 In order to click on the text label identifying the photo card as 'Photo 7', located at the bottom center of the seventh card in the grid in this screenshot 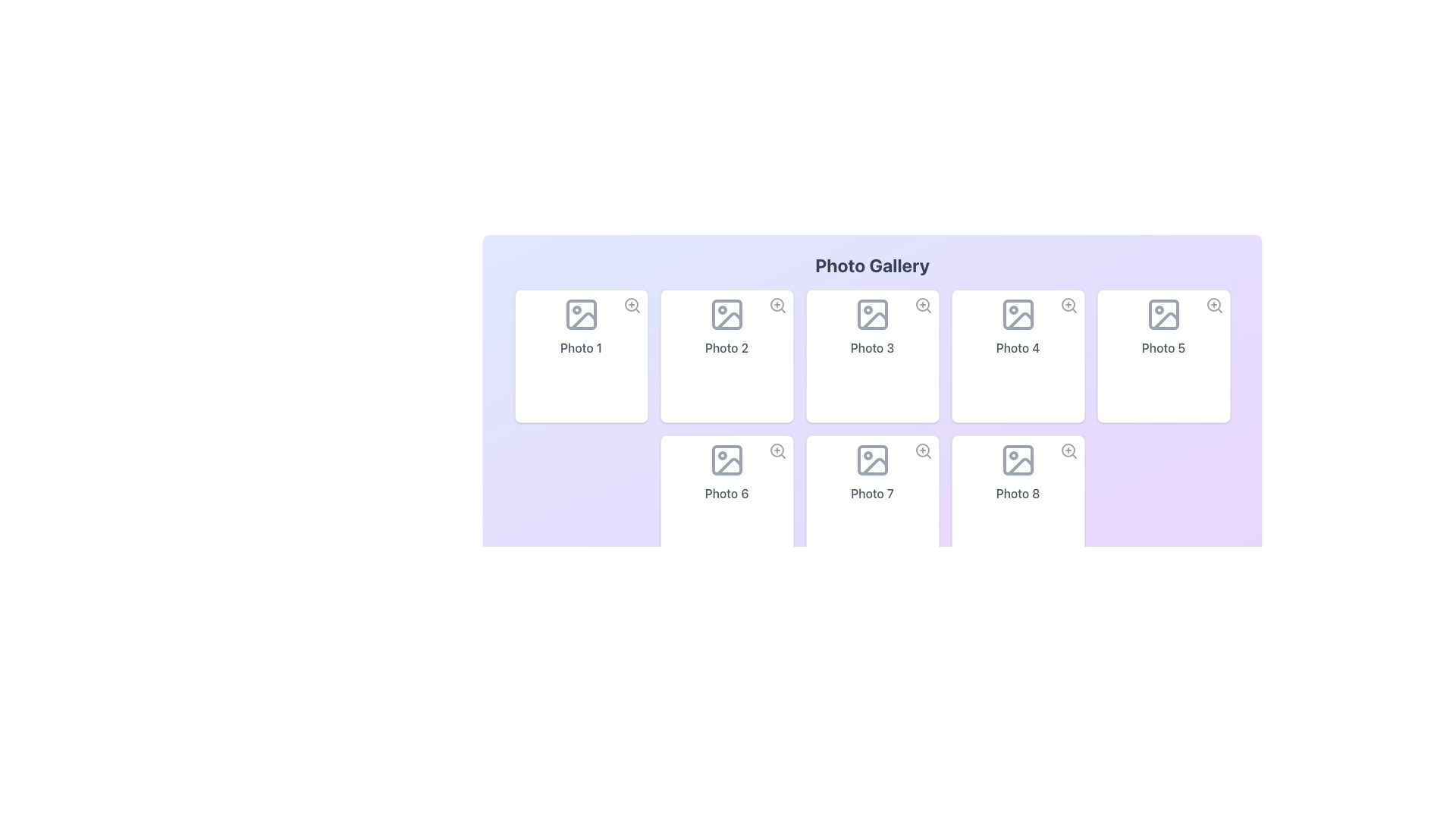, I will do `click(872, 494)`.